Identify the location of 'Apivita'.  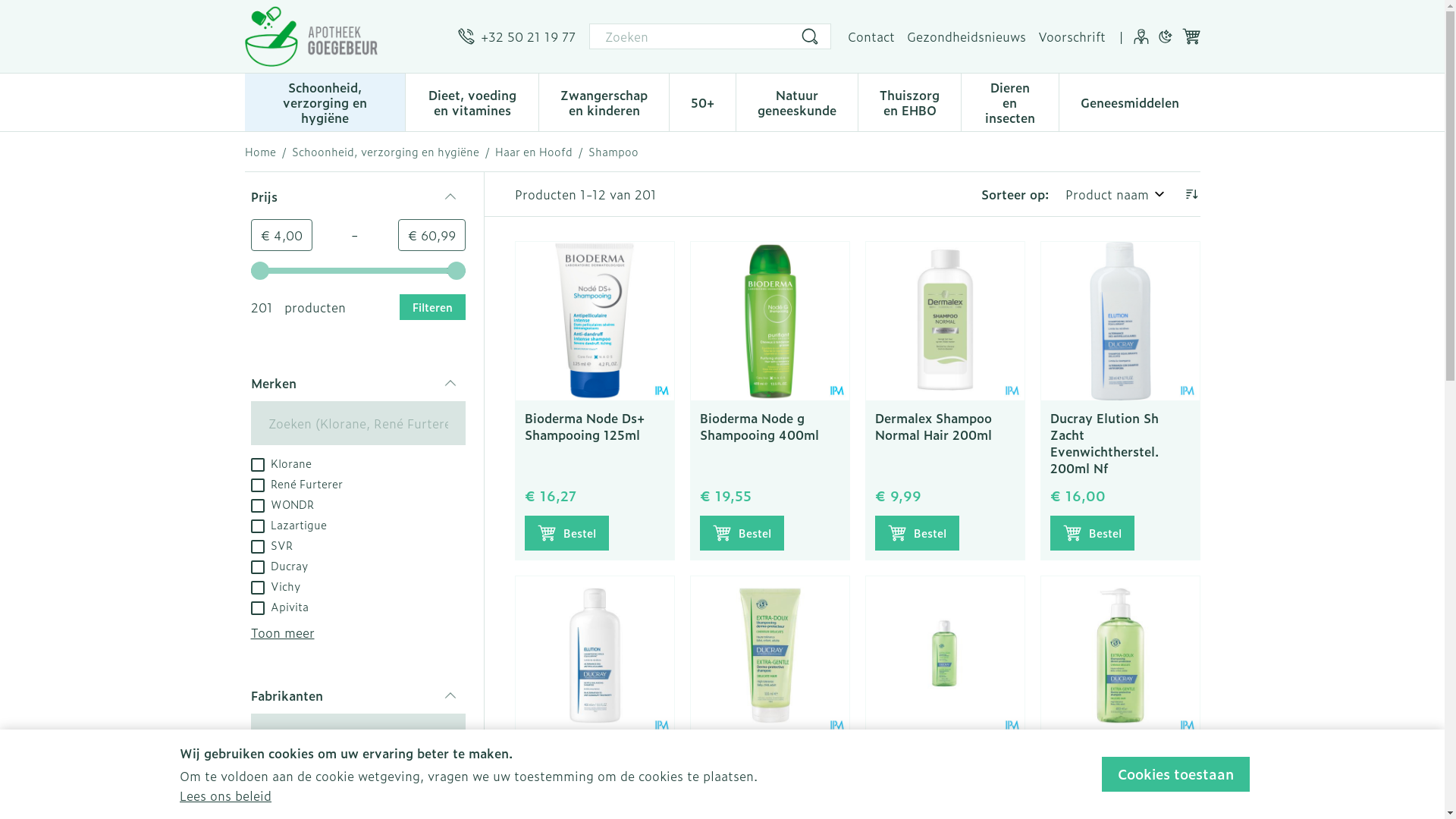
(279, 604).